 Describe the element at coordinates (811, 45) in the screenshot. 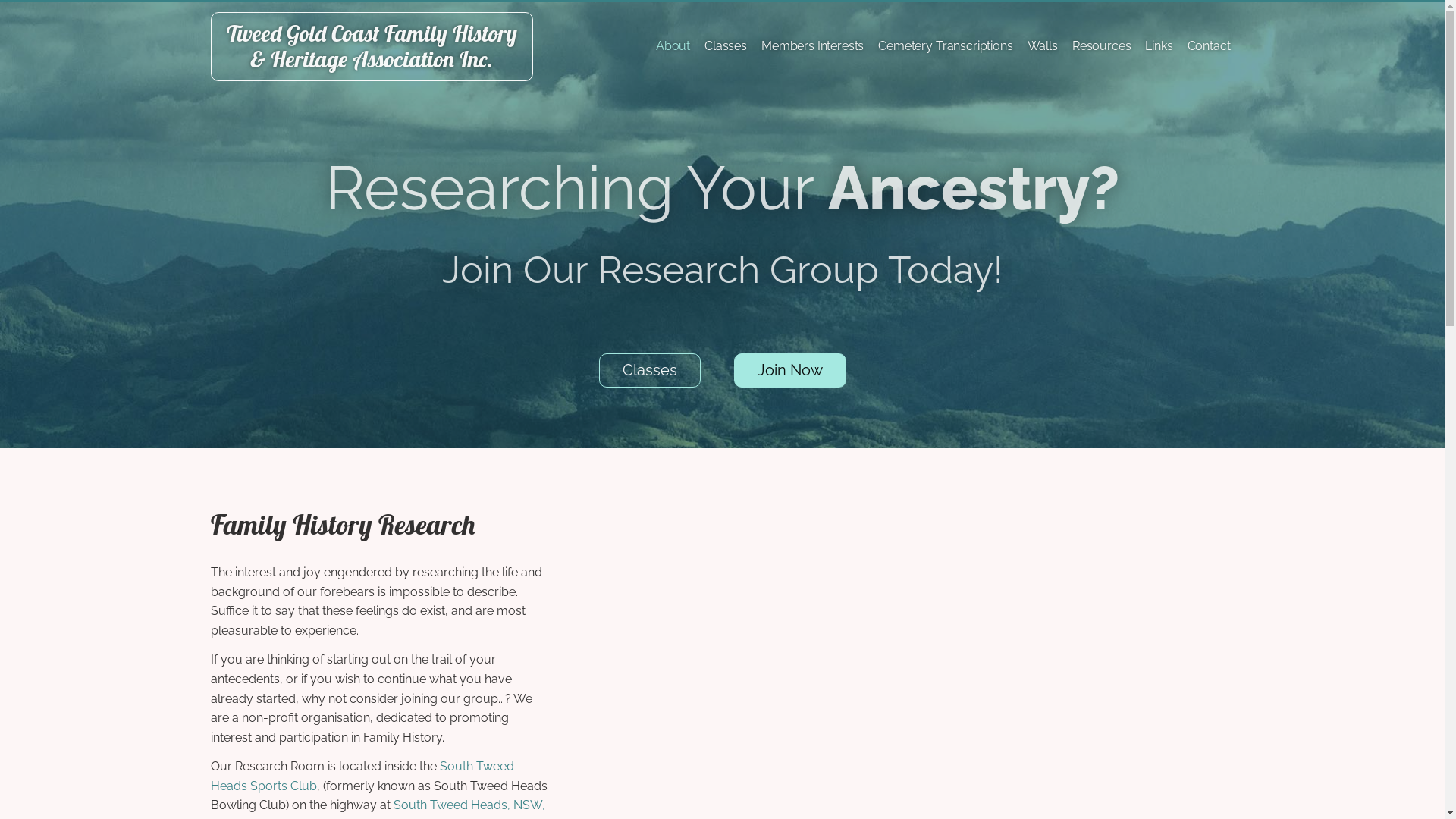

I see `'Members Interests'` at that location.